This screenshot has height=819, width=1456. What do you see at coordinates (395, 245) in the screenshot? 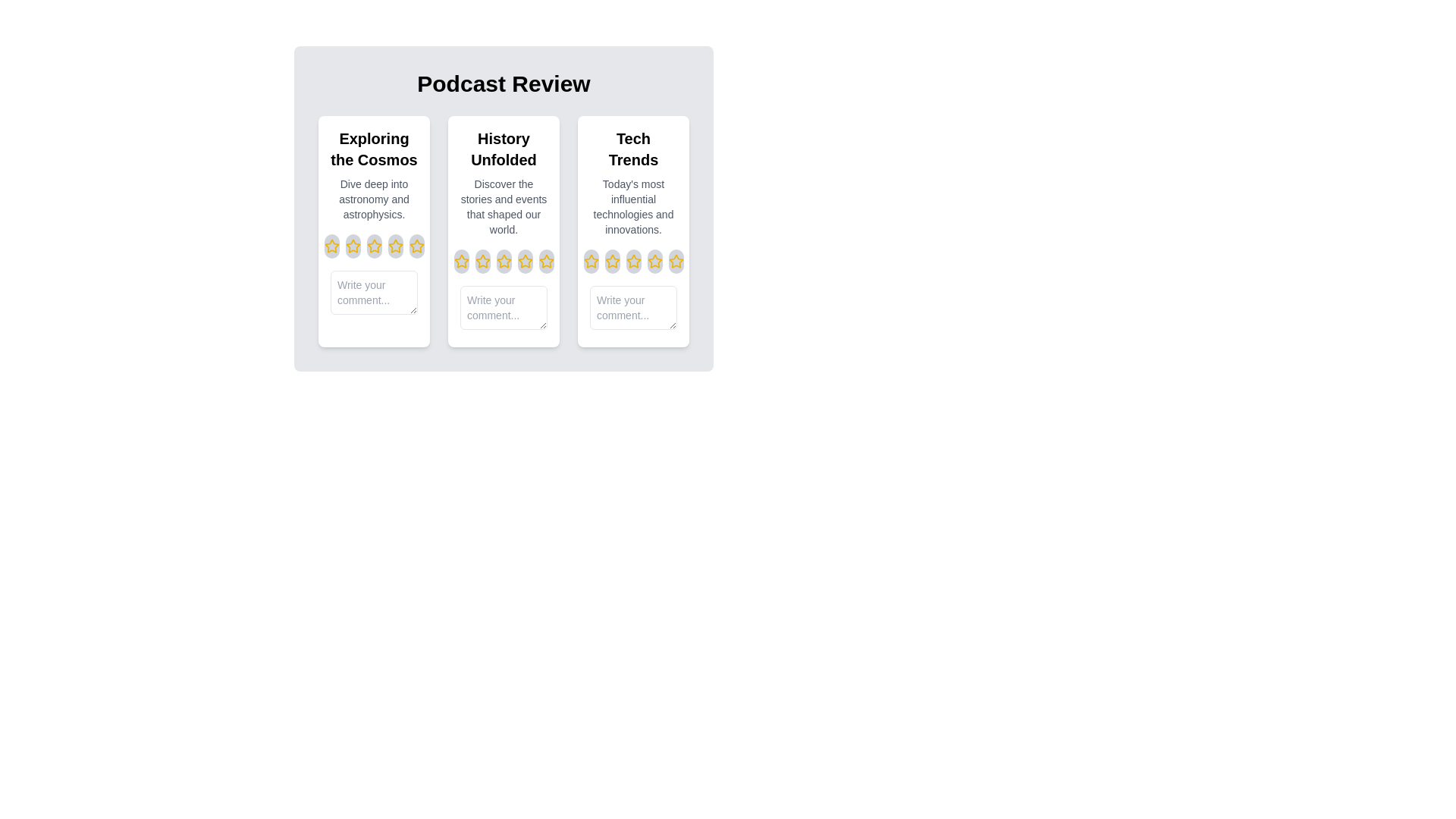
I see `the rating for an episode to 4 stars by clicking on the corresponding star` at bounding box center [395, 245].